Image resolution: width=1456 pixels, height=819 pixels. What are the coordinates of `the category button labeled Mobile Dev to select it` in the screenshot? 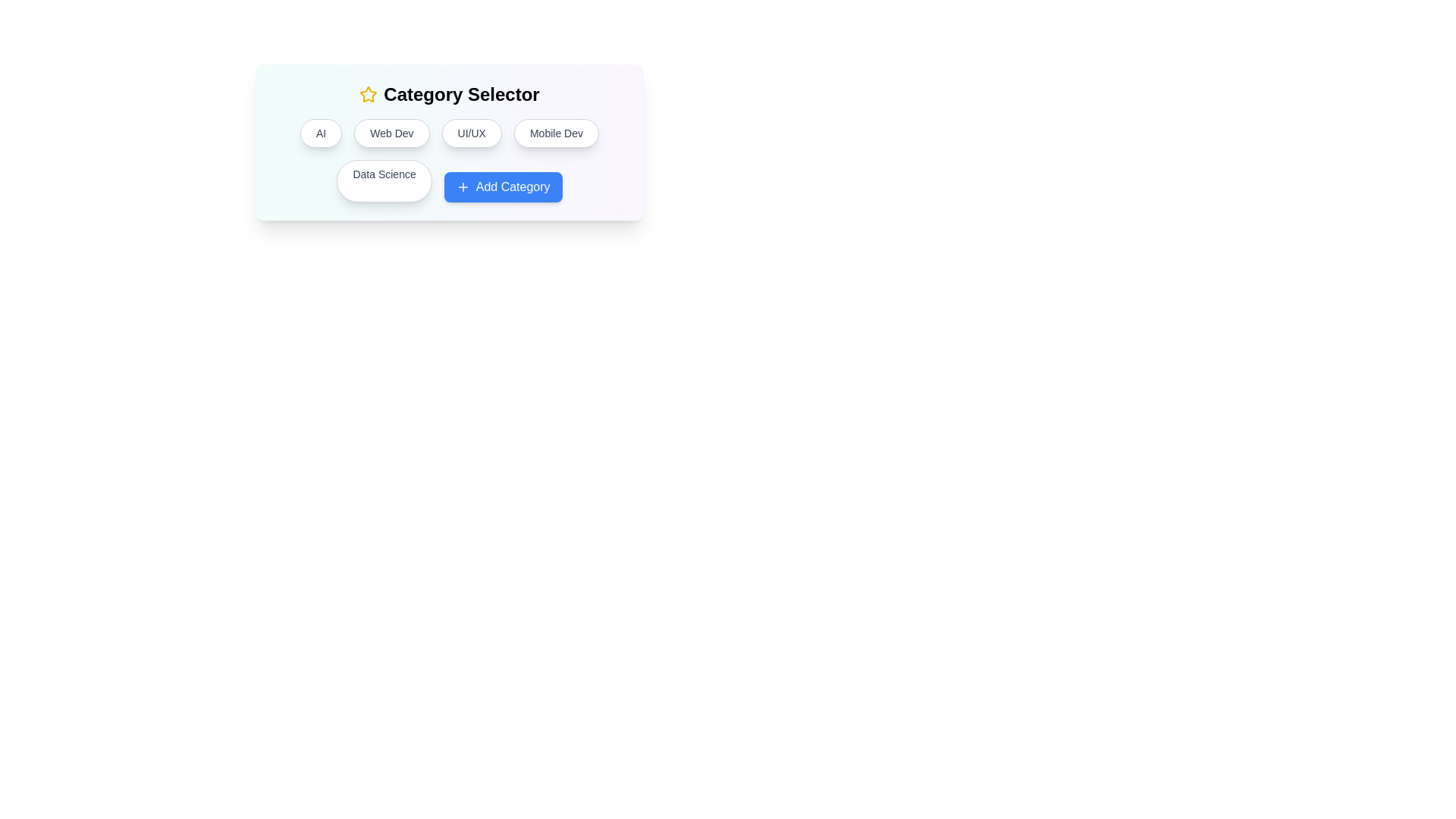 It's located at (556, 133).